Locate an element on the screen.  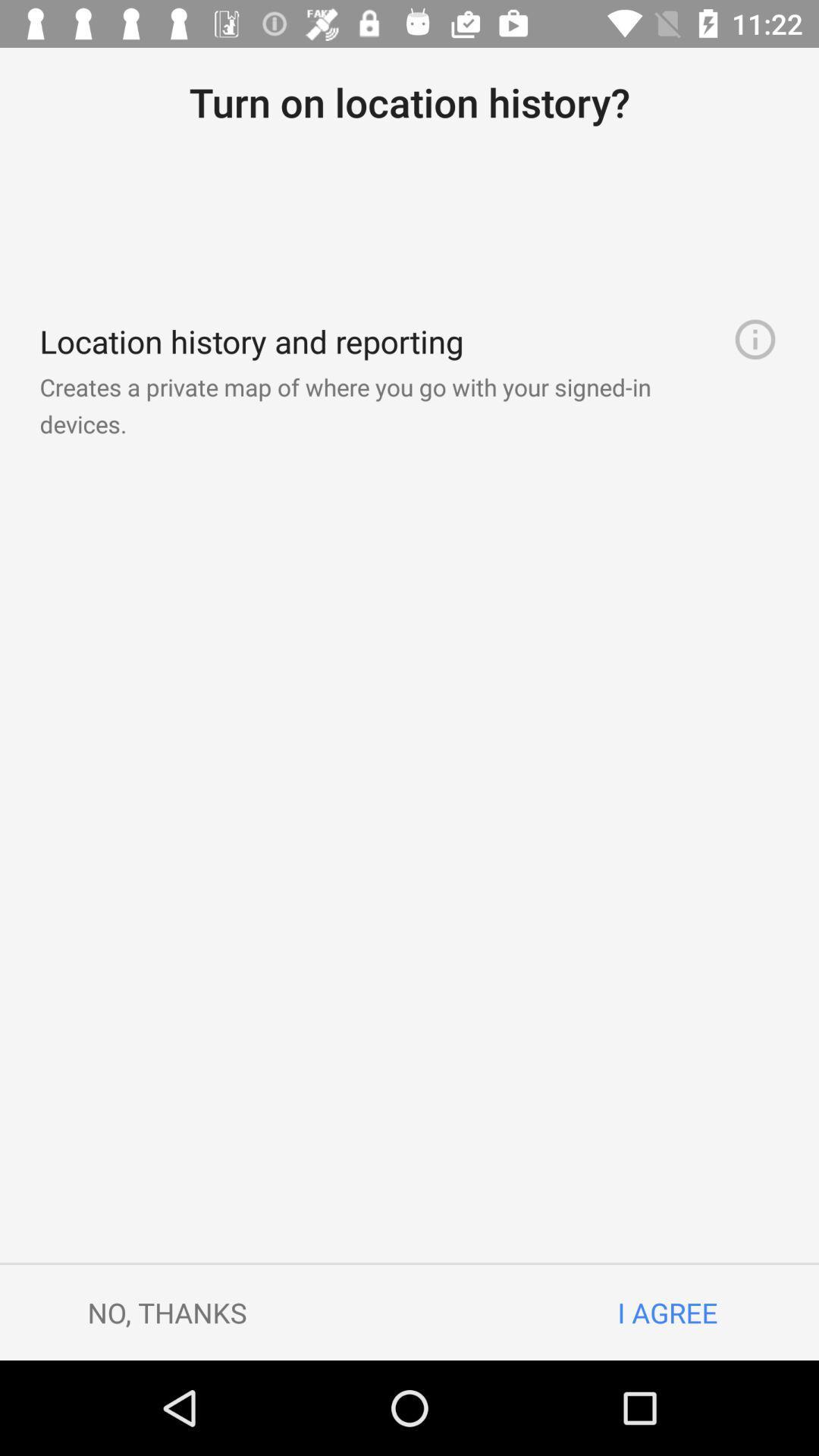
the info icon is located at coordinates (755, 338).